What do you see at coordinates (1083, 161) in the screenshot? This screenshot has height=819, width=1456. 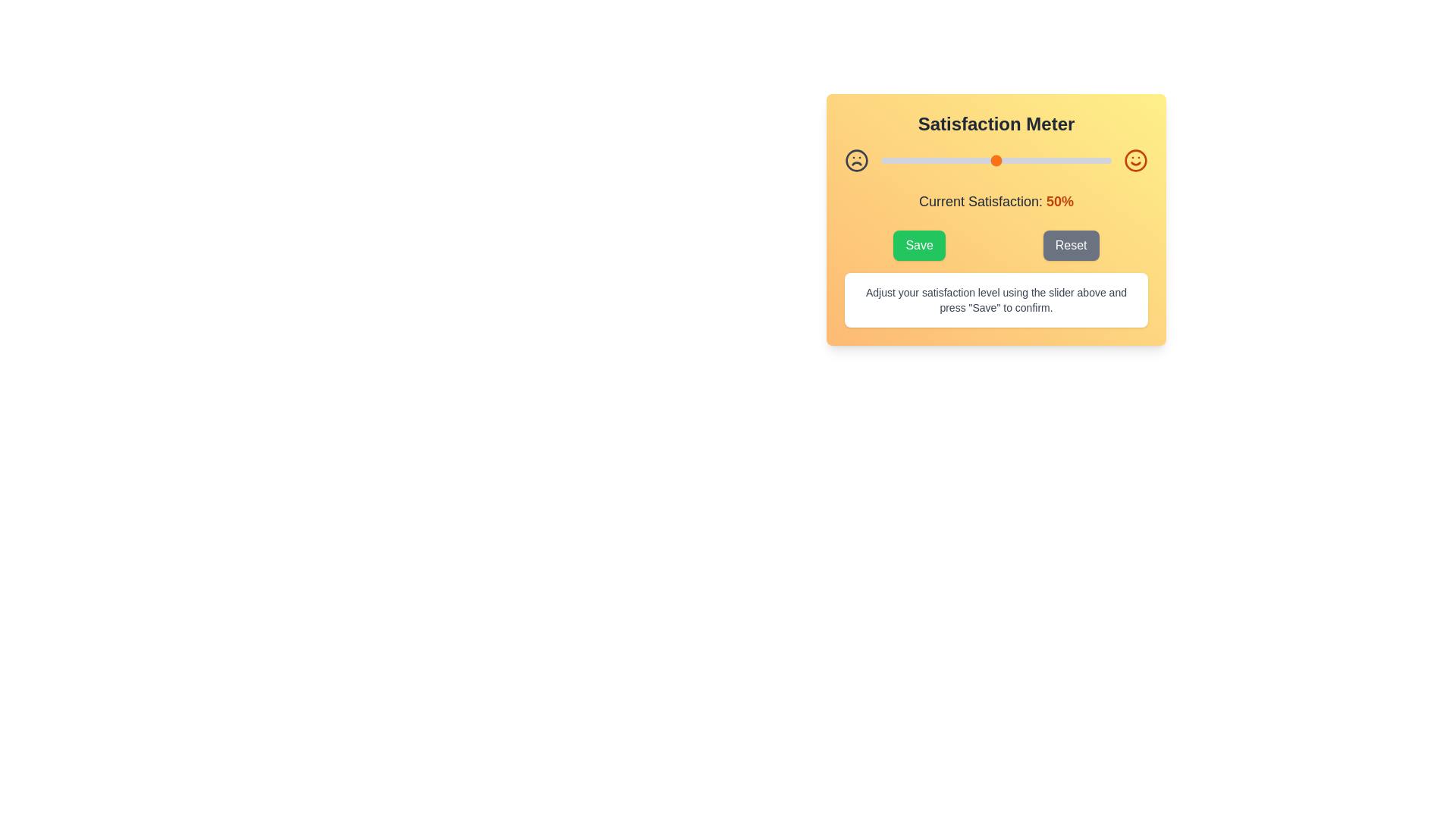 I see `the satisfaction level to 88% by moving the slider` at bounding box center [1083, 161].